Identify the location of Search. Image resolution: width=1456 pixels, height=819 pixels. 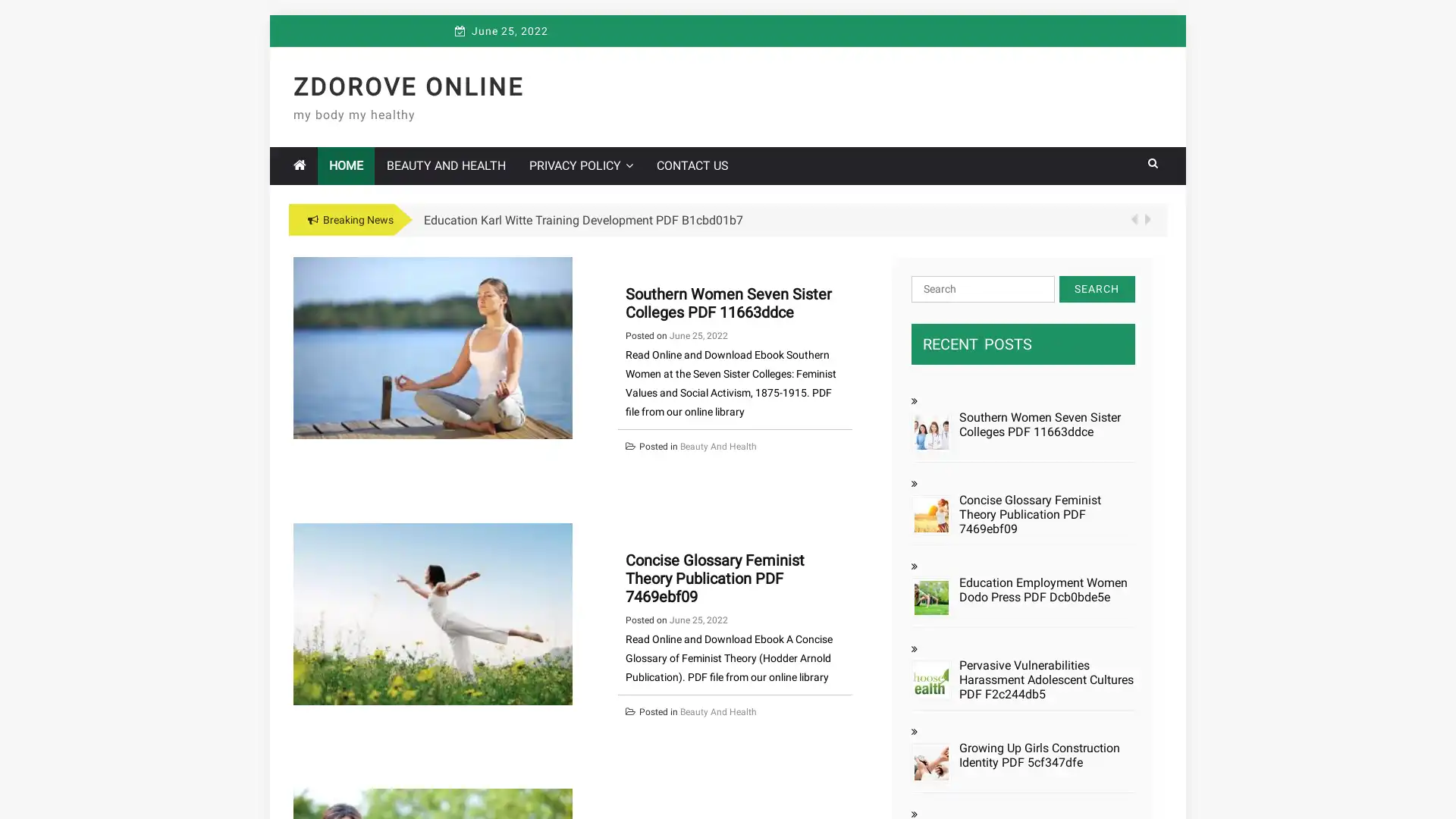
(1096, 288).